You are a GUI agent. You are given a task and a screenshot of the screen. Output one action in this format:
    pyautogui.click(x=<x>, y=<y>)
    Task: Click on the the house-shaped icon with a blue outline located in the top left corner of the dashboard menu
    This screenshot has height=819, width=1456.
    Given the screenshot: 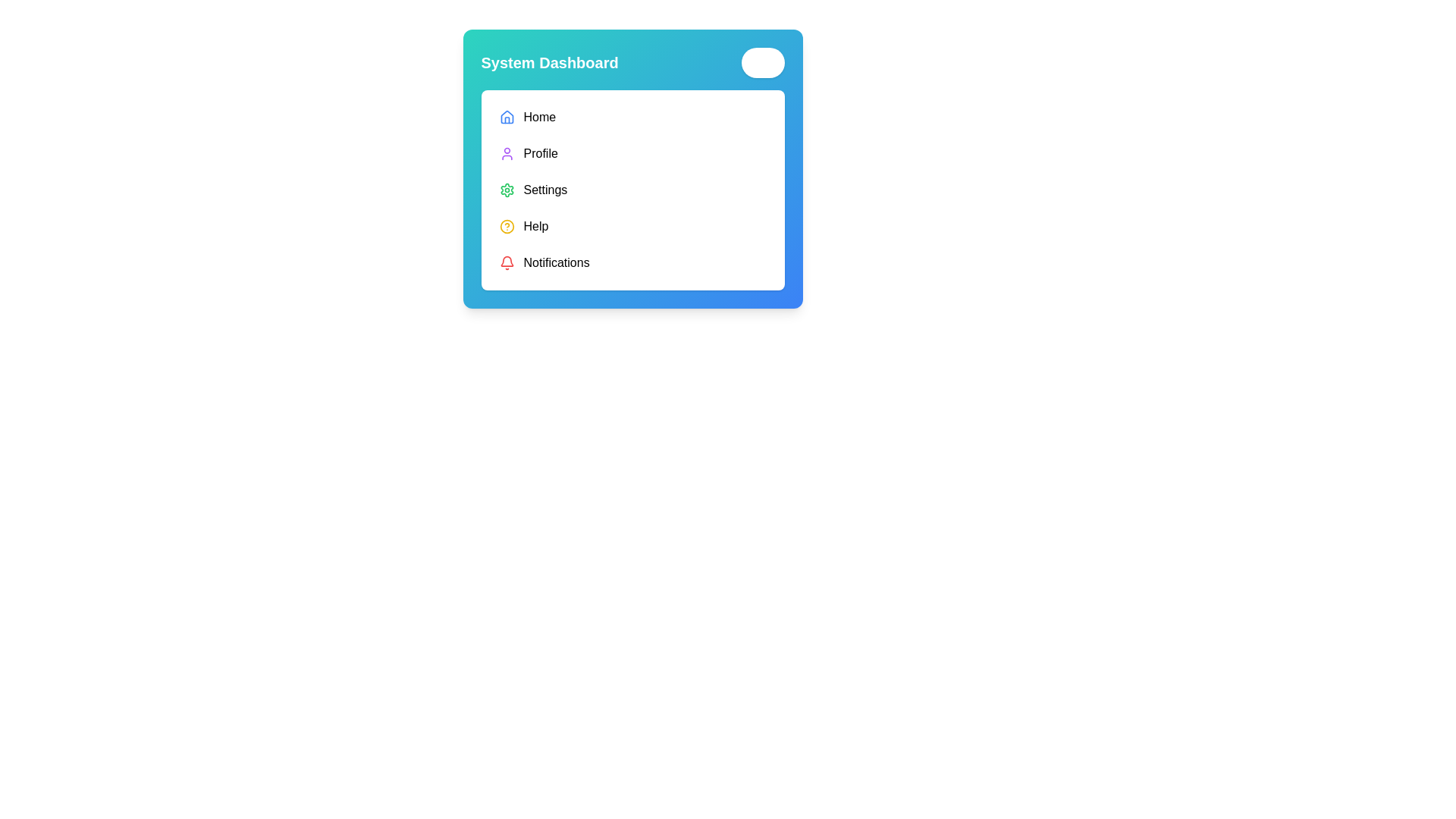 What is the action you would take?
    pyautogui.click(x=507, y=116)
    